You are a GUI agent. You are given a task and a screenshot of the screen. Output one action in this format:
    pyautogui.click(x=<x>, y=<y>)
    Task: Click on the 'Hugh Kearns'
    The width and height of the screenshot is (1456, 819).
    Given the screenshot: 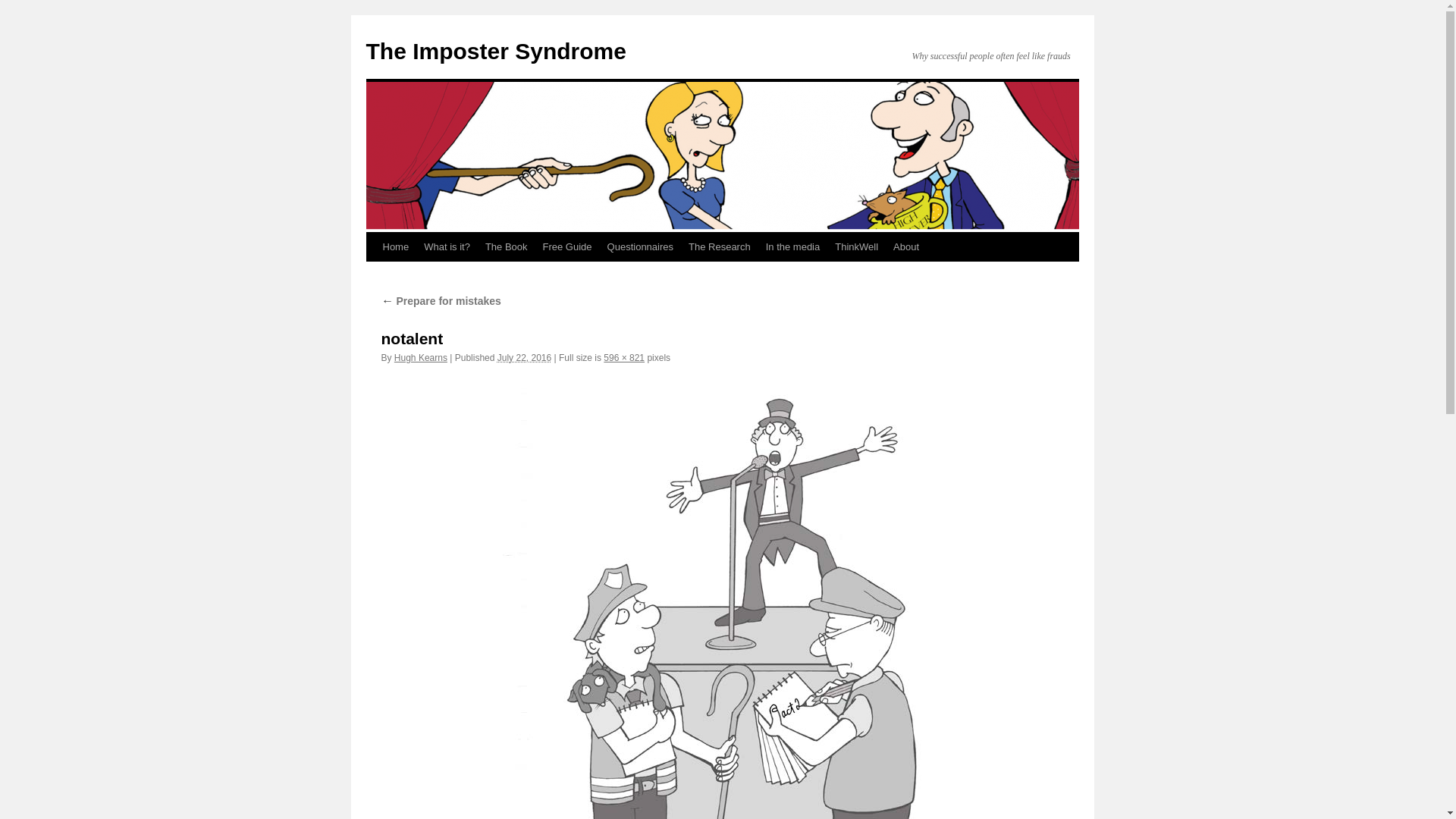 What is the action you would take?
    pyautogui.click(x=421, y=357)
    